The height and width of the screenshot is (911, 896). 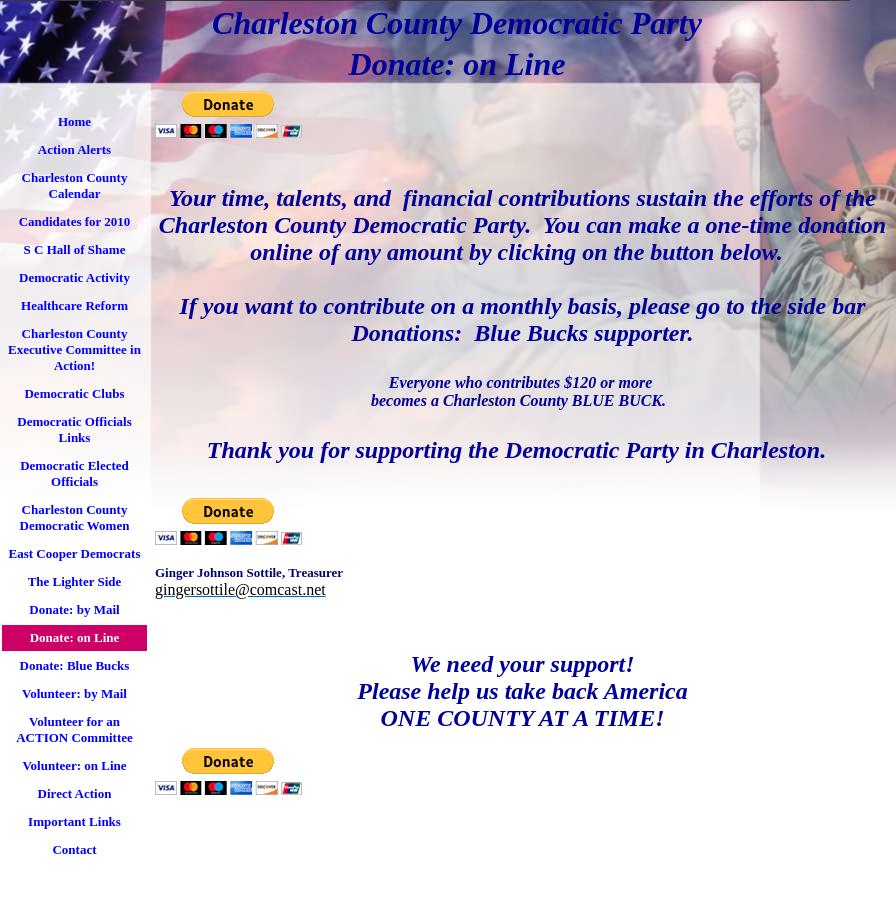 What do you see at coordinates (74, 552) in the screenshot?
I see `'East Cooper Democrats'` at bounding box center [74, 552].